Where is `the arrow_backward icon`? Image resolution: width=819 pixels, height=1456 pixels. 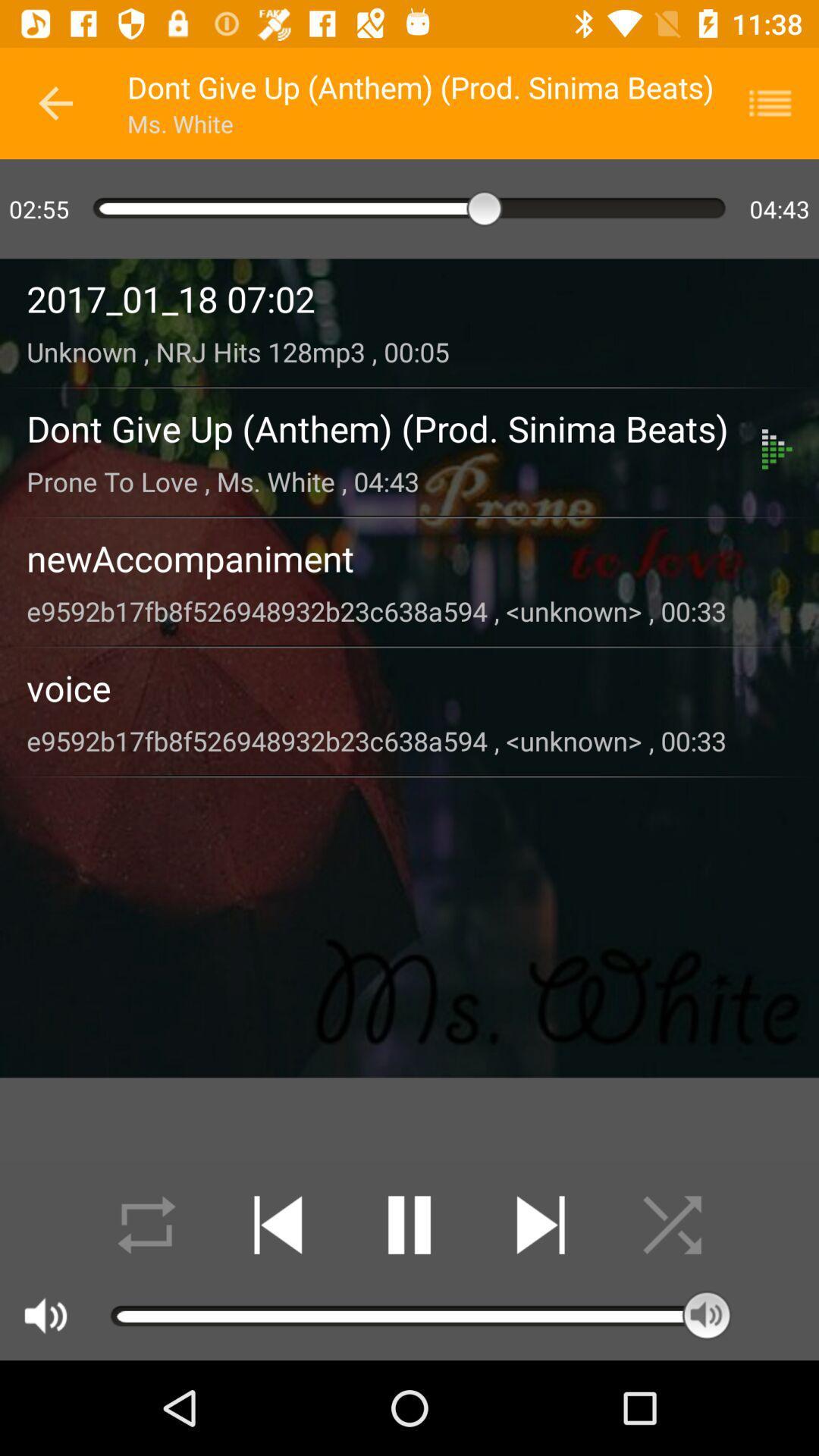 the arrow_backward icon is located at coordinates (55, 102).